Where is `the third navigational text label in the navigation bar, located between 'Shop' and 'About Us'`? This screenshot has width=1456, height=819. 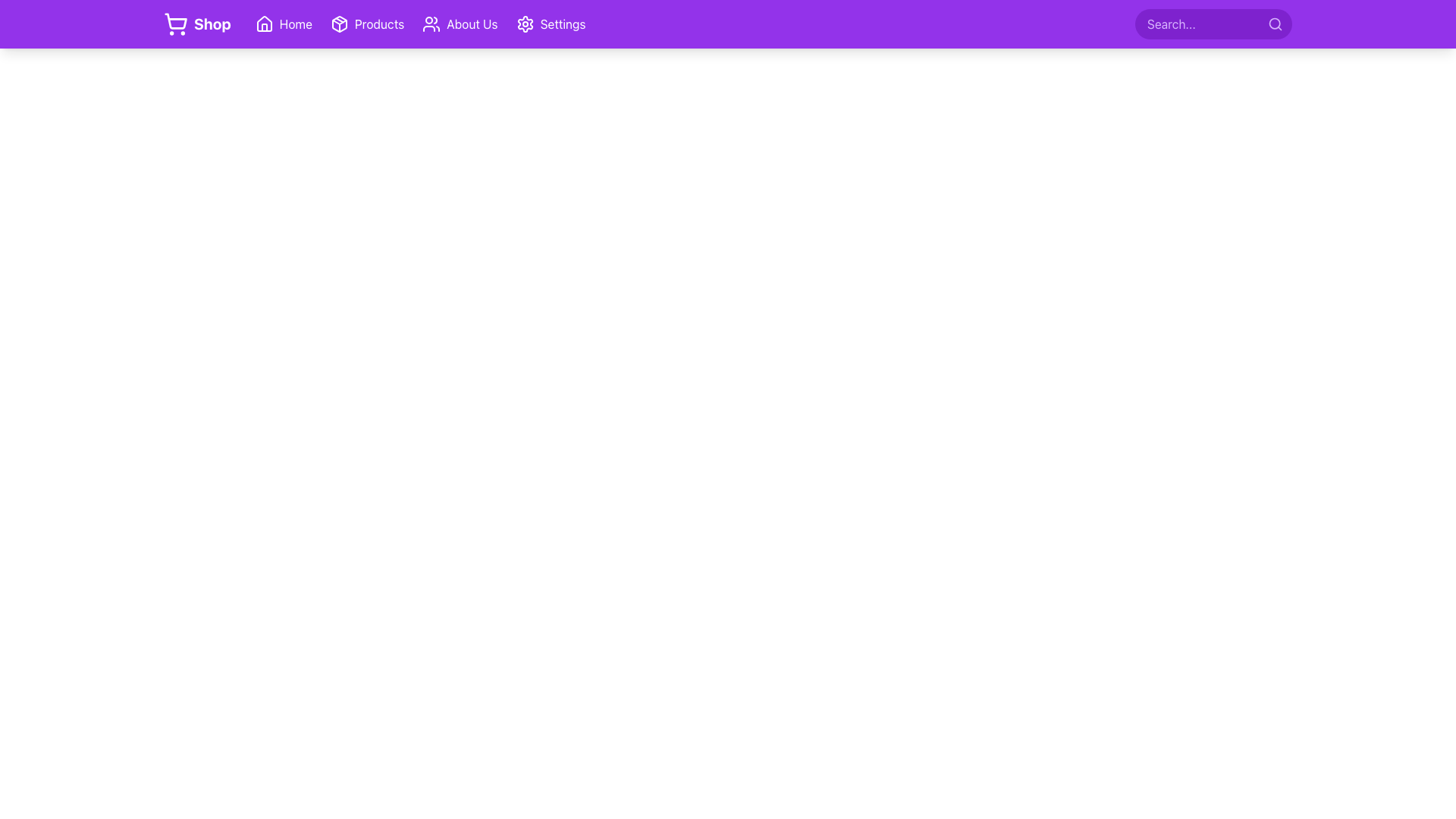
the third navigational text label in the navigation bar, located between 'Shop' and 'About Us' is located at coordinates (379, 24).